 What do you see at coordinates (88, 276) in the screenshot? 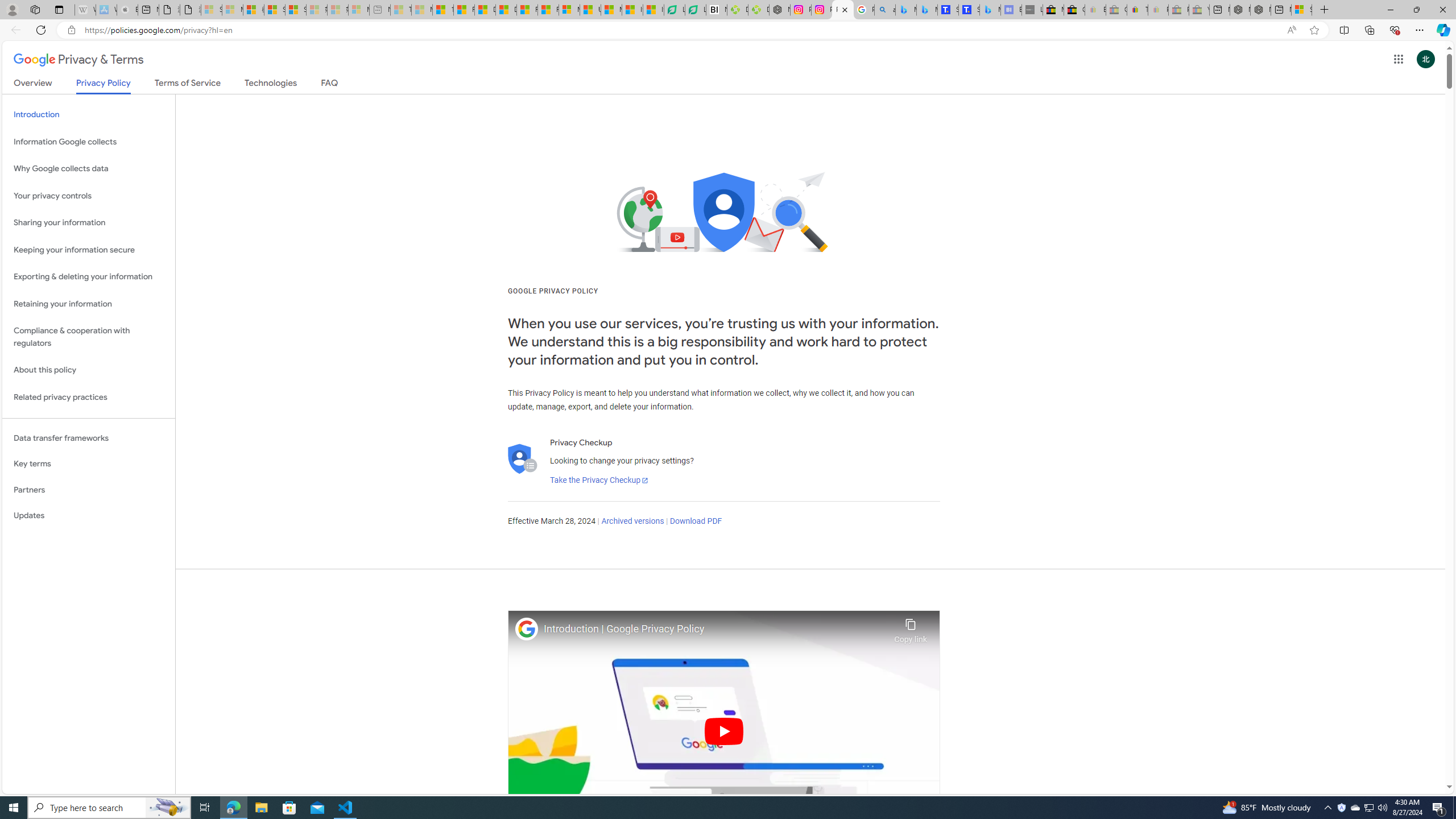
I see `'Exporting & deleting your information'` at bounding box center [88, 276].